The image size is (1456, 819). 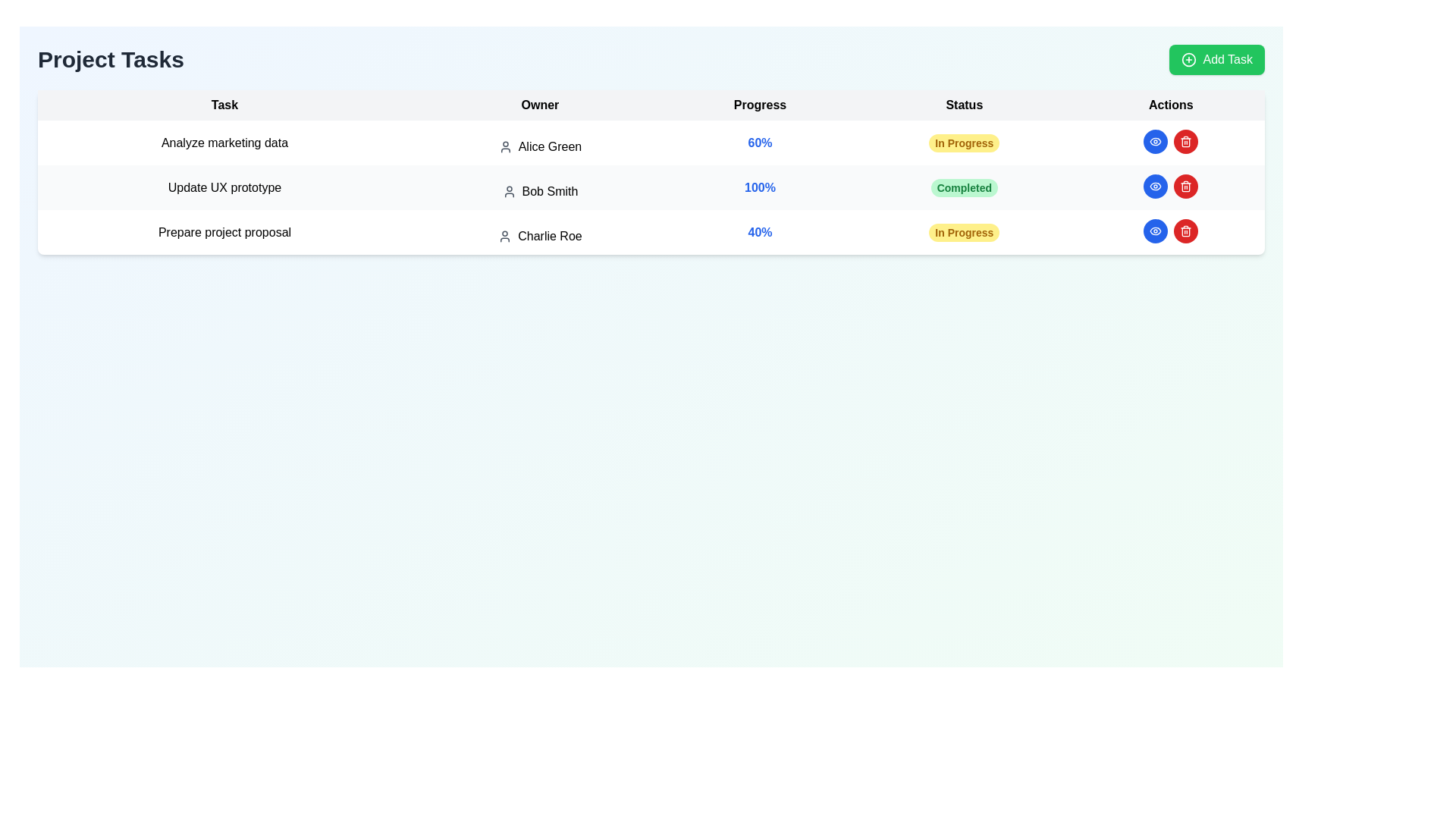 What do you see at coordinates (1170, 231) in the screenshot?
I see `the red trash button in the 'Actions' column of the row for the task 'Prepare project proposal'` at bounding box center [1170, 231].